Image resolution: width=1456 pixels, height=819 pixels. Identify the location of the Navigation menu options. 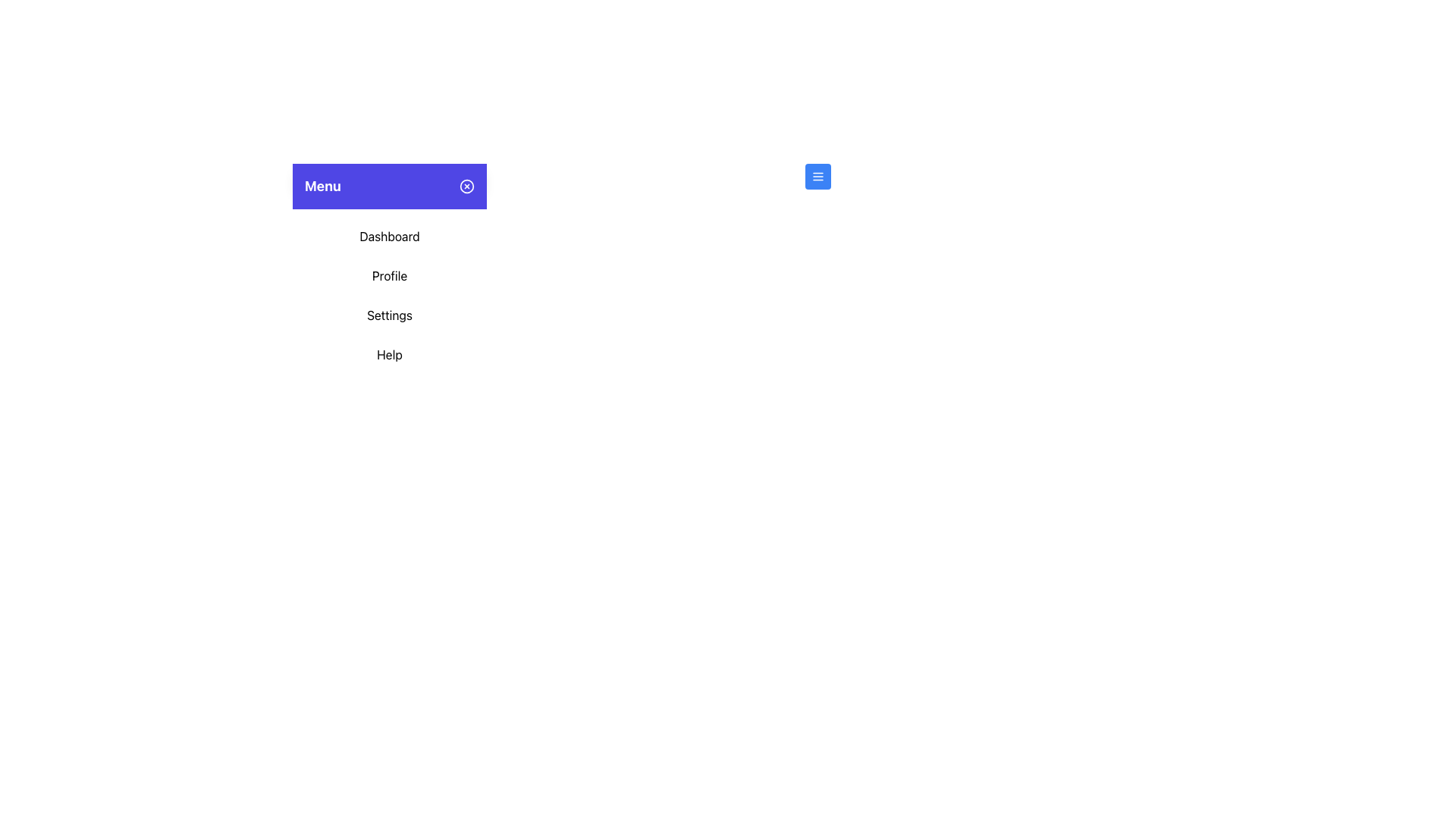
(389, 295).